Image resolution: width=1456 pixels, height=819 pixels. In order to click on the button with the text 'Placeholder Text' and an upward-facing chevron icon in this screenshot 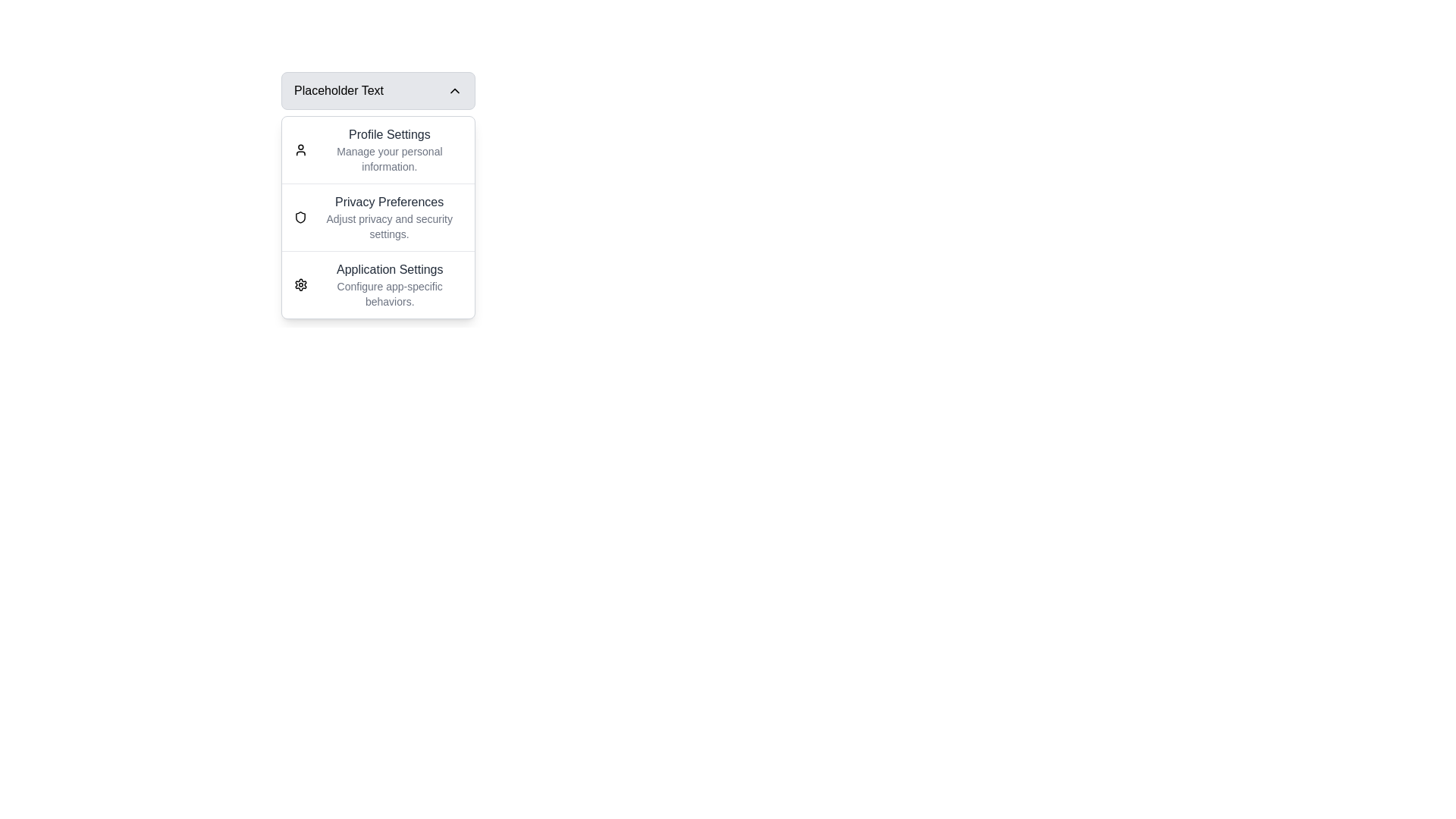, I will do `click(378, 90)`.